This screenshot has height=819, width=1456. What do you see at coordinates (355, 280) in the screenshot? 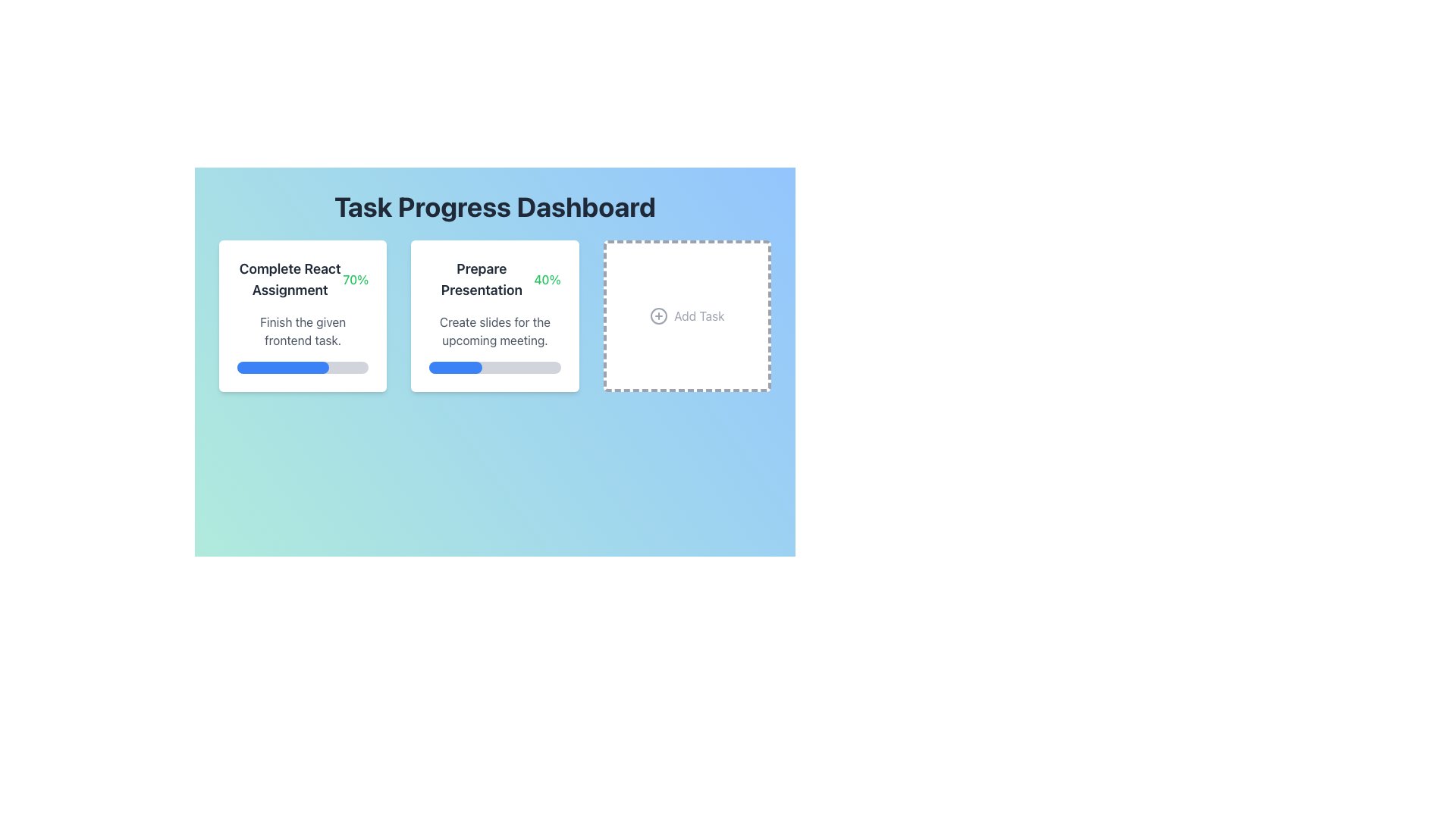
I see `the green percentage display showing '70%' within the task card titled 'Complete React Assignment' located in the top right corner of the card` at bounding box center [355, 280].